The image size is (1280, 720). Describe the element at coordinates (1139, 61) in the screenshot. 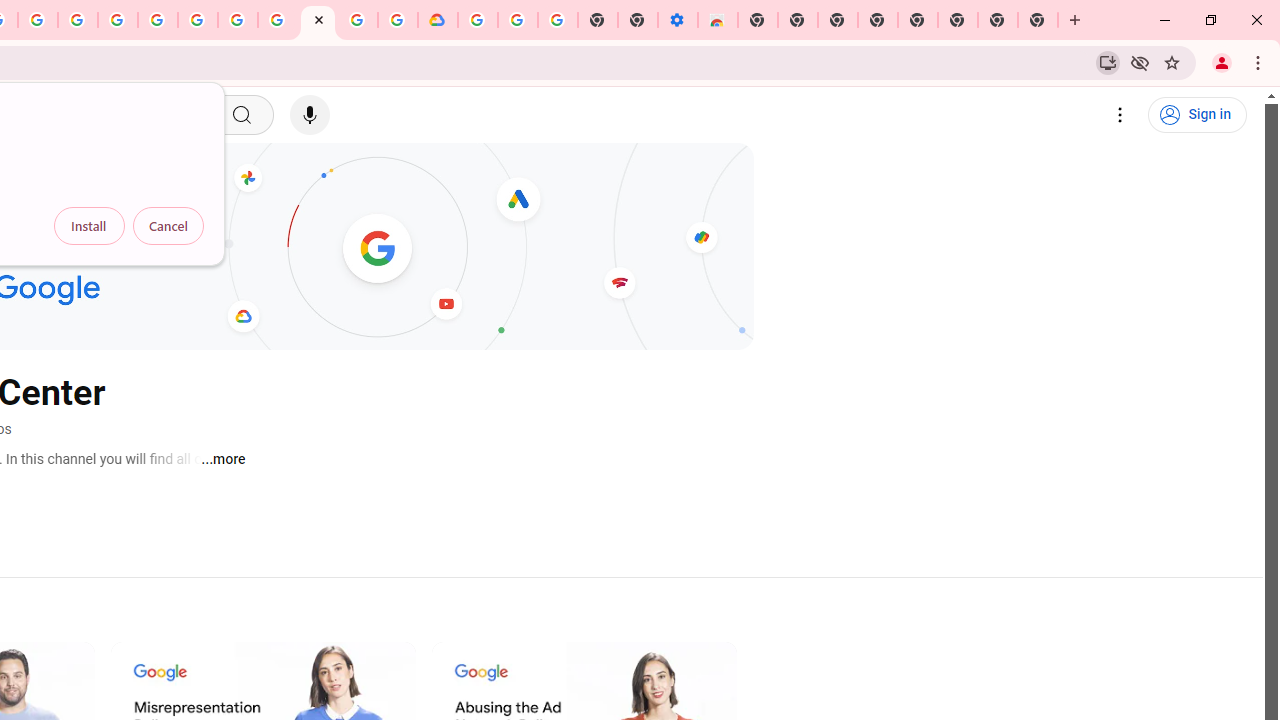

I see `'Third-party cookies blocked'` at that location.